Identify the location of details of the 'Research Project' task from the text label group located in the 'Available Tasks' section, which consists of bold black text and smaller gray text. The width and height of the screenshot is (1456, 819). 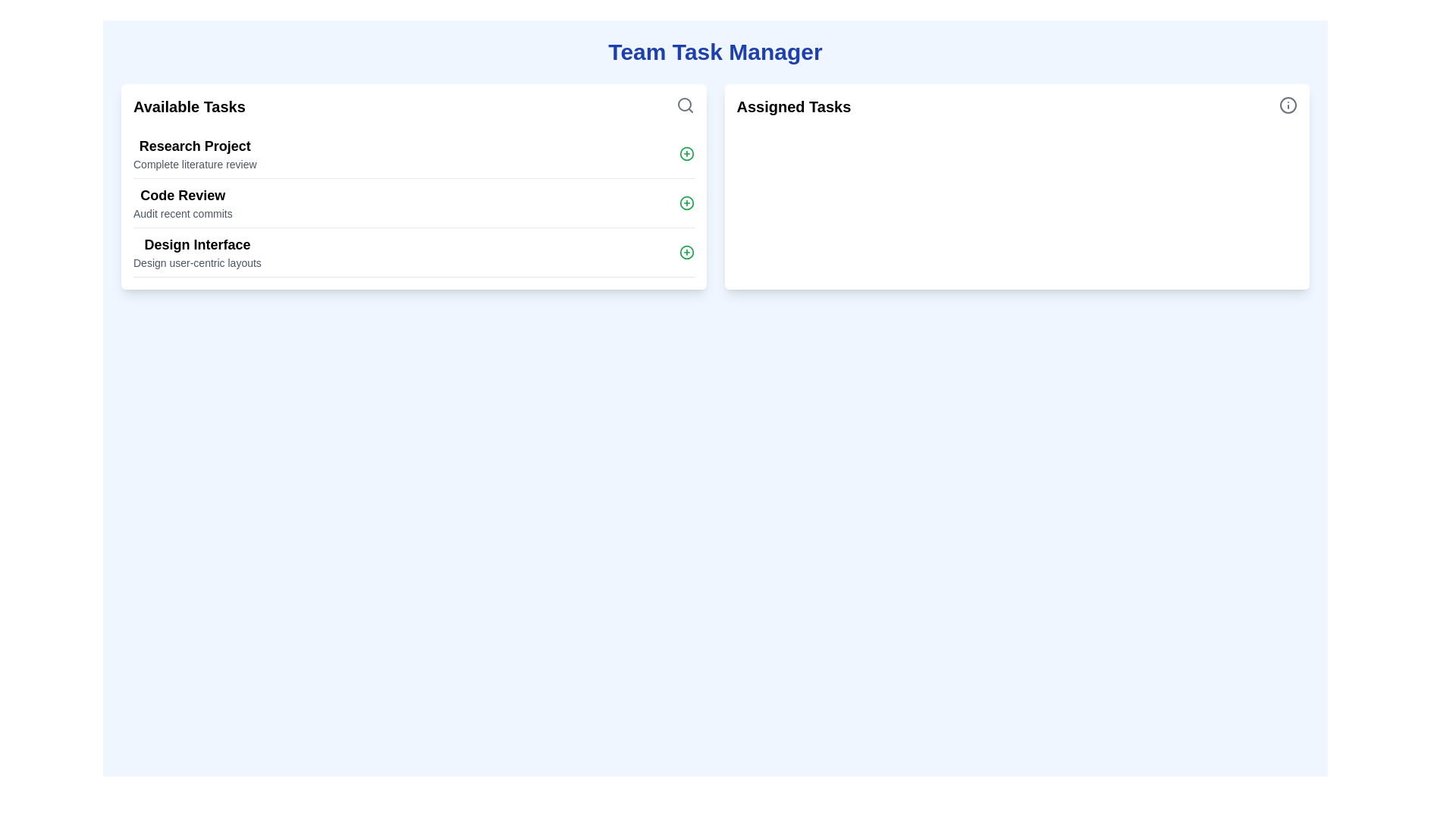
(194, 154).